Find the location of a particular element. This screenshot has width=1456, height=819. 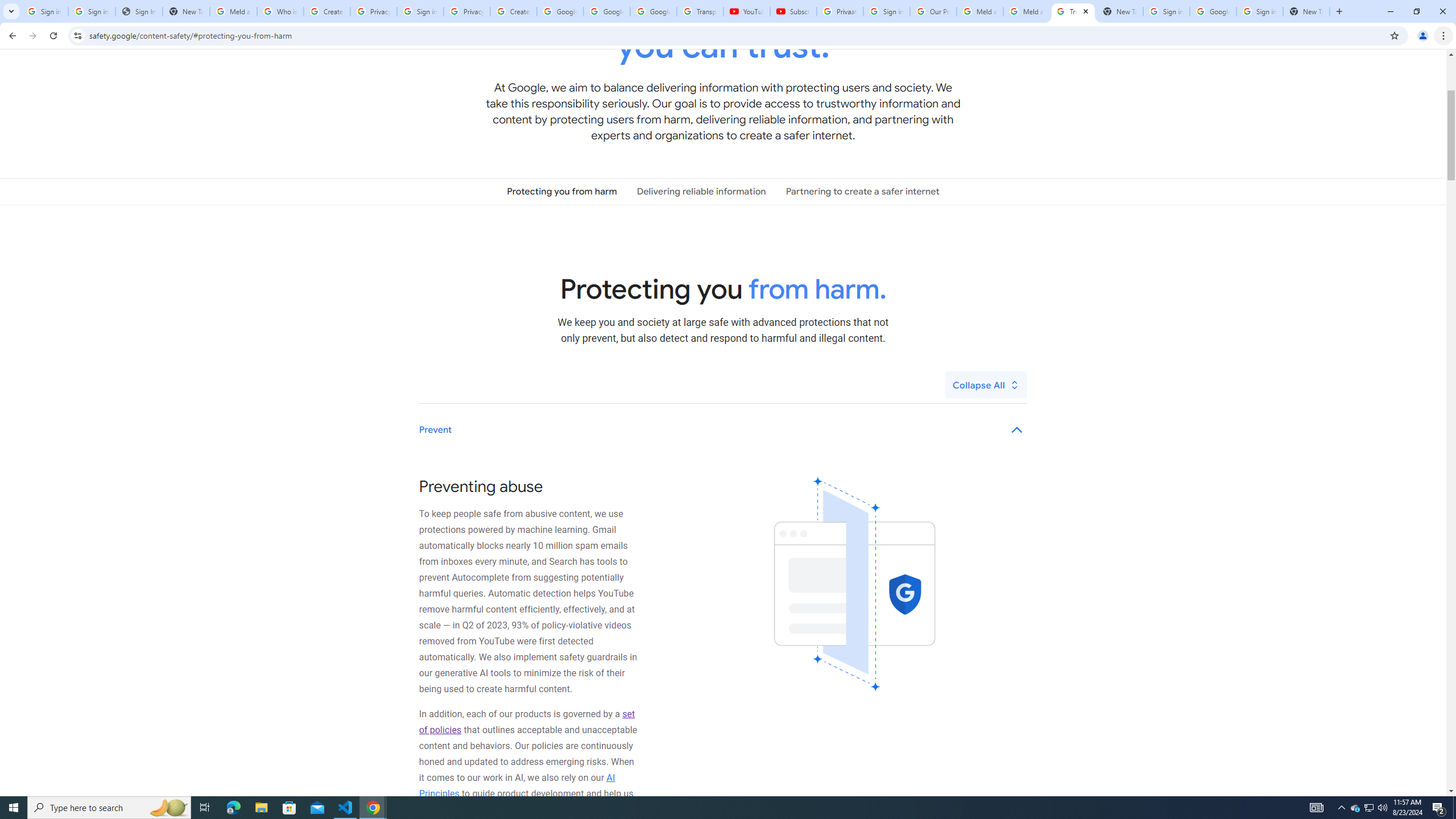

'AI Principles' is located at coordinates (517, 785).